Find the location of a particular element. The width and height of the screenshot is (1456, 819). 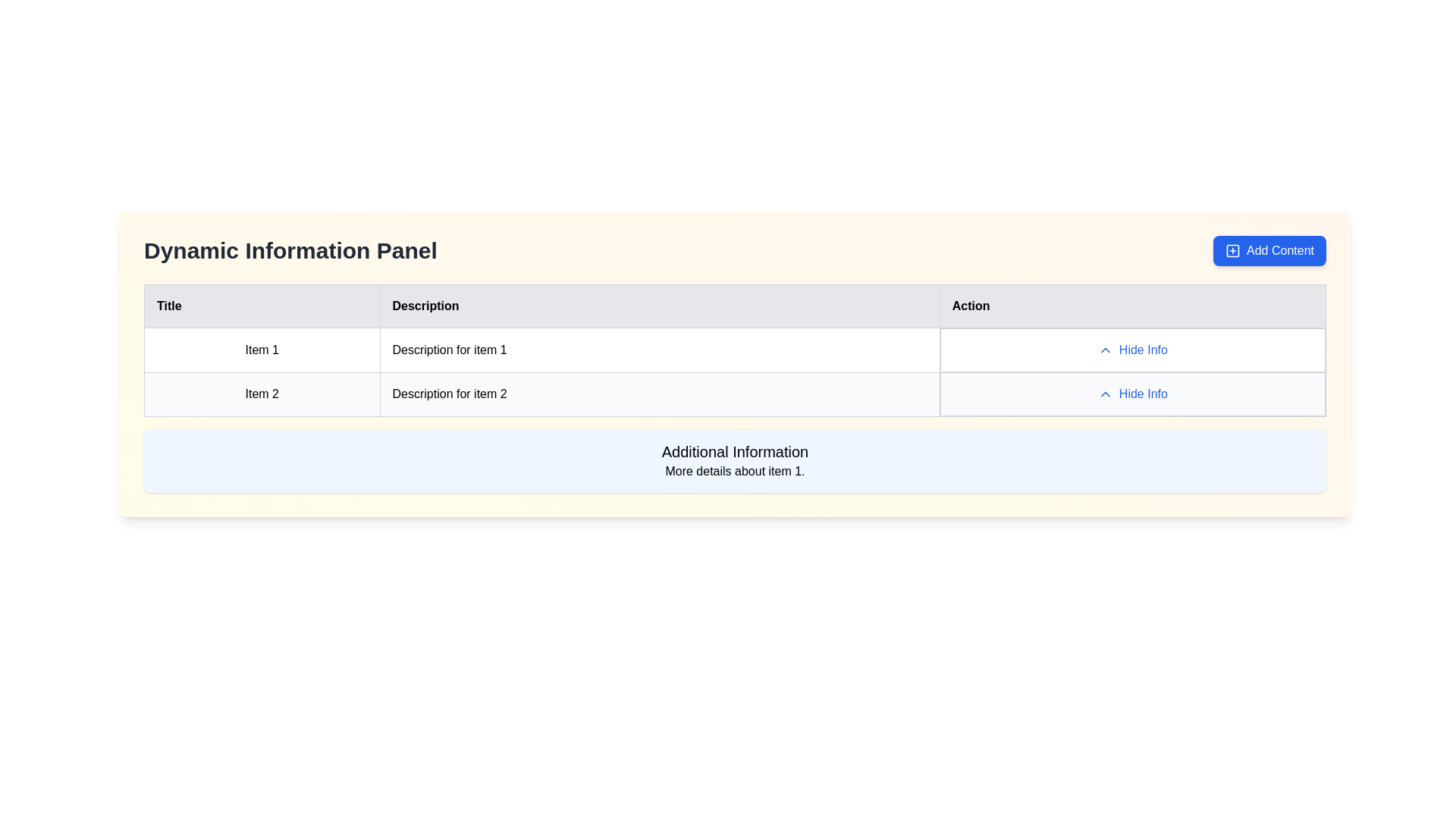

the Icon button located in the 'Action' column of the first row next to the 'Hide Info' label is located at coordinates (1105, 350).